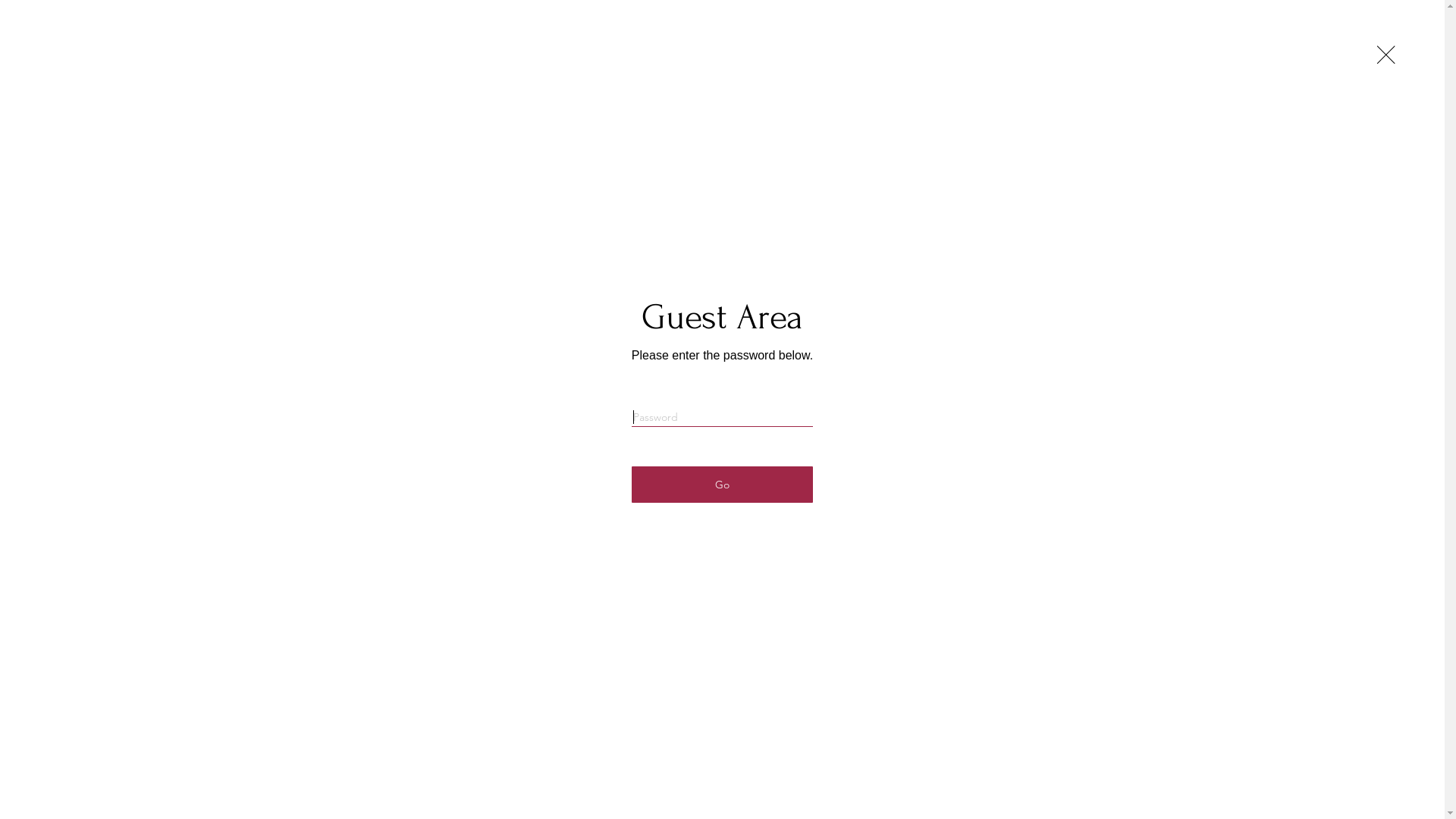  I want to click on 'Go', so click(721, 485).